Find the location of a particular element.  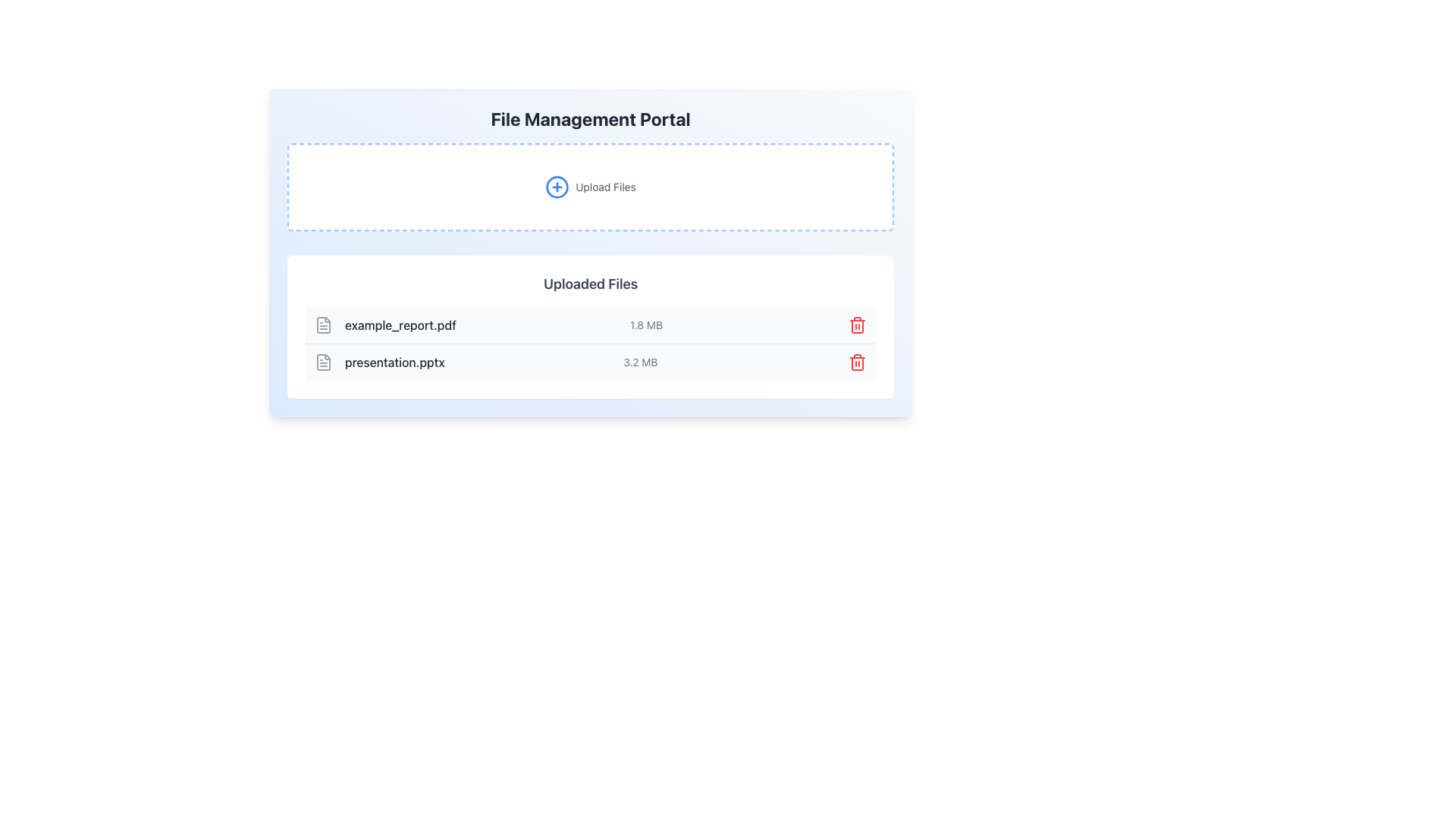

the text label displaying 'presentation.pptx' is located at coordinates (379, 362).